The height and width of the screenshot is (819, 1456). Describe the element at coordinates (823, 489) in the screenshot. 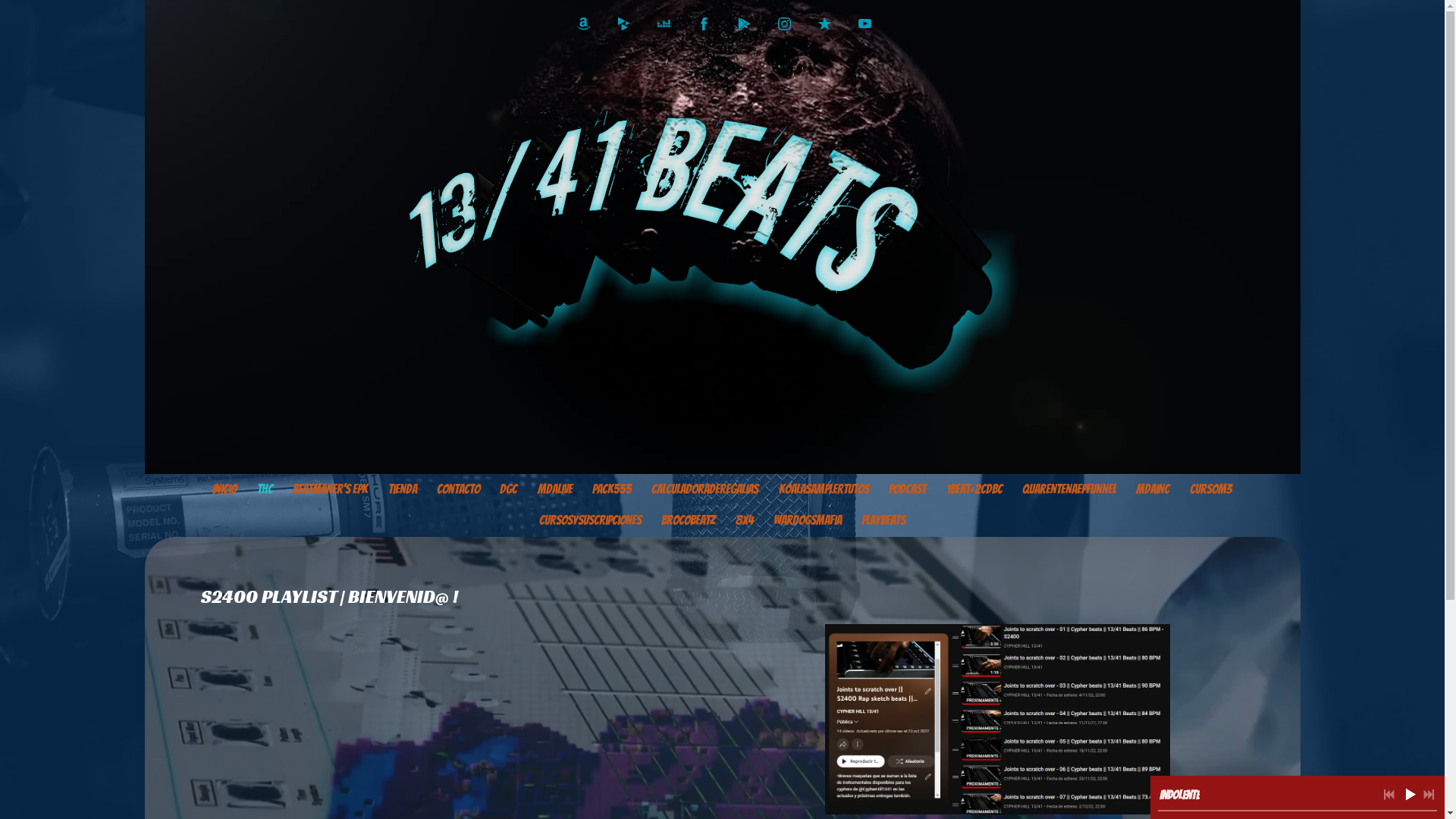

I see `'KoalaSamplerTutos'` at that location.